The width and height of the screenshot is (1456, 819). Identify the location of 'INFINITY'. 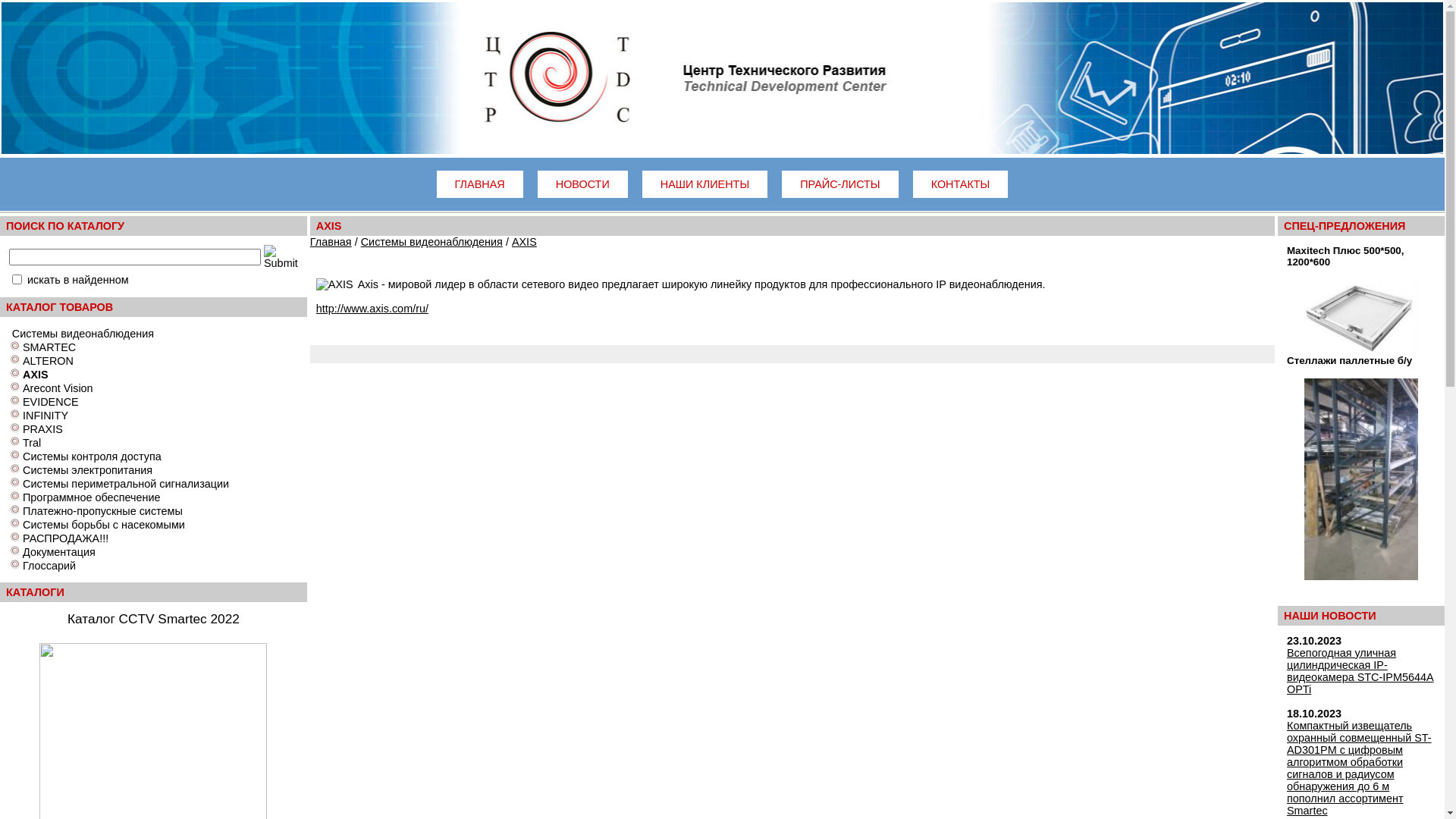
(22, 415).